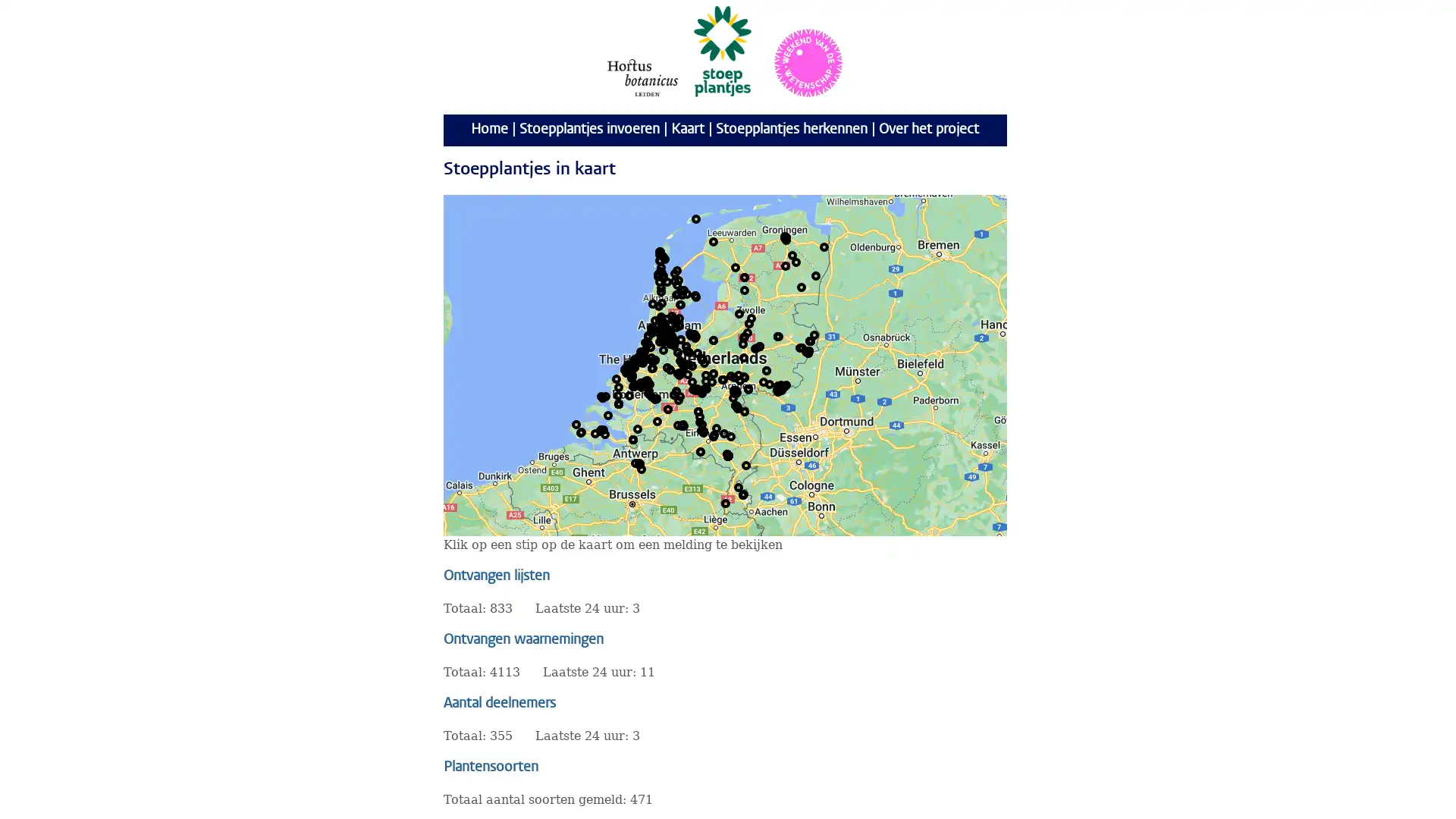  I want to click on Telling van op 17 juni 2022, so click(778, 335).